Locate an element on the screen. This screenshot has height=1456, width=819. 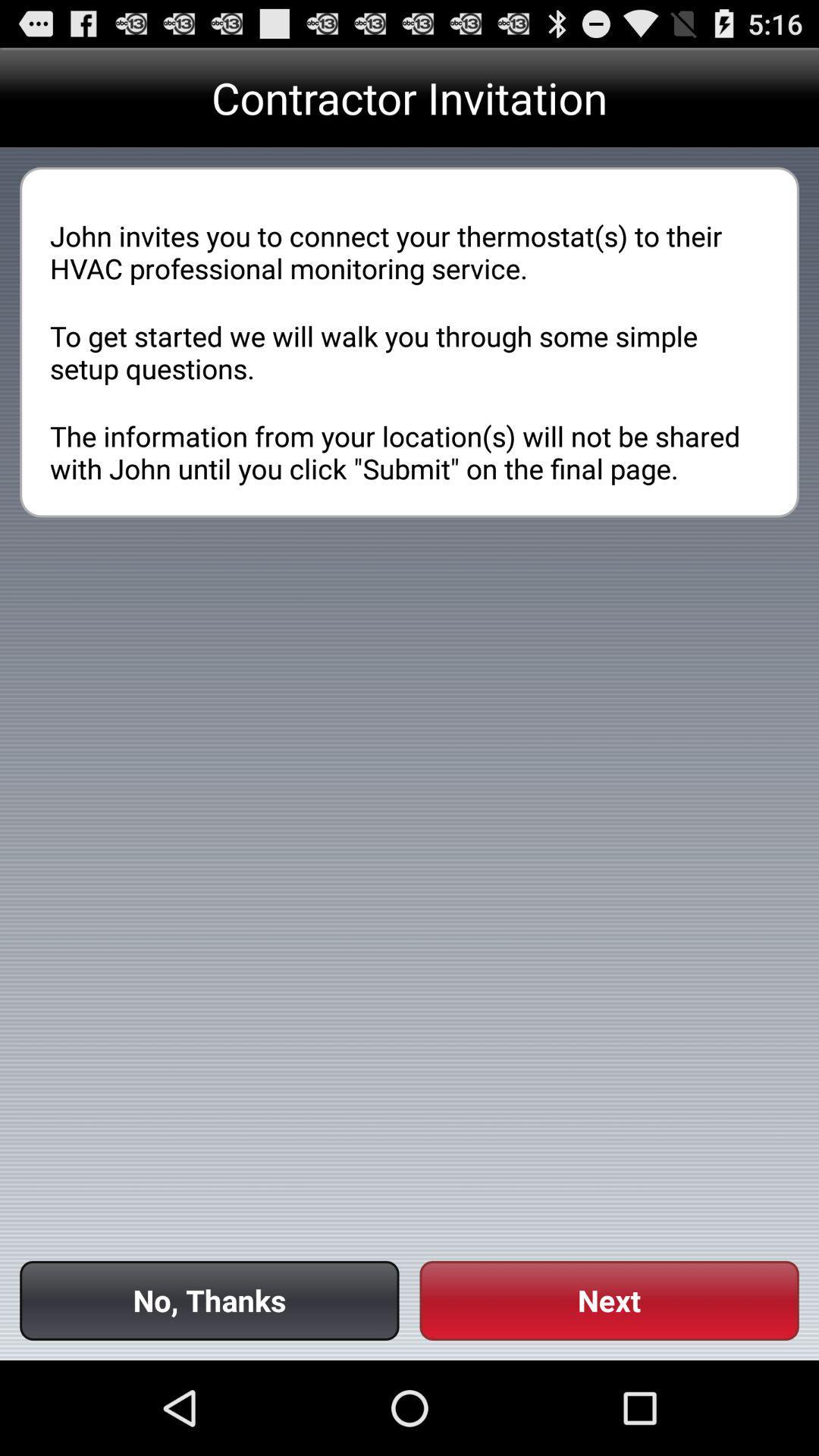
button to the right of the no, thanks icon is located at coordinates (608, 1300).